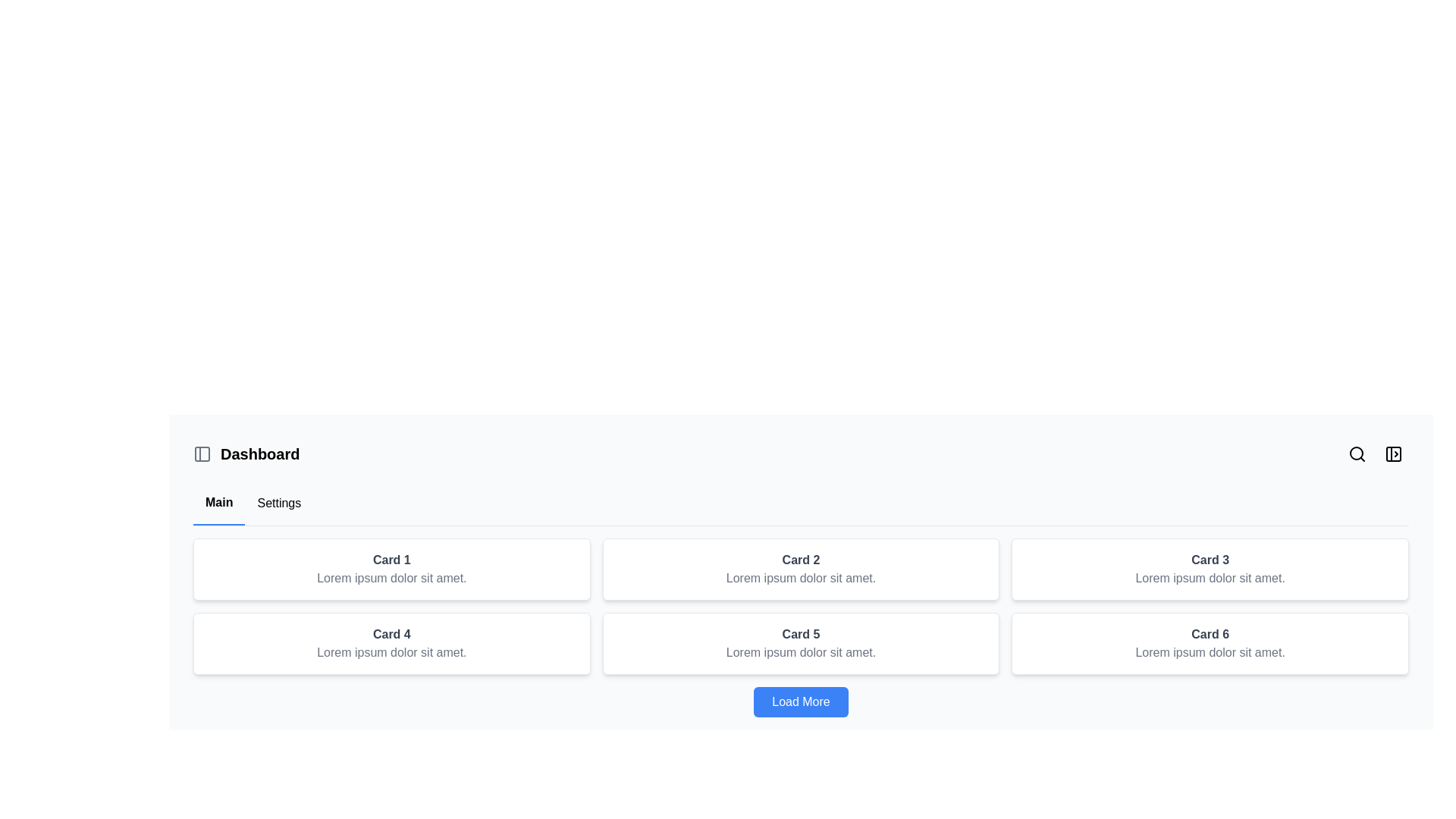 The image size is (1456, 819). Describe the element at coordinates (391, 570) in the screenshot. I see `the Grid item card labeled 'Card 1' which is the first item in its grid layout` at that location.